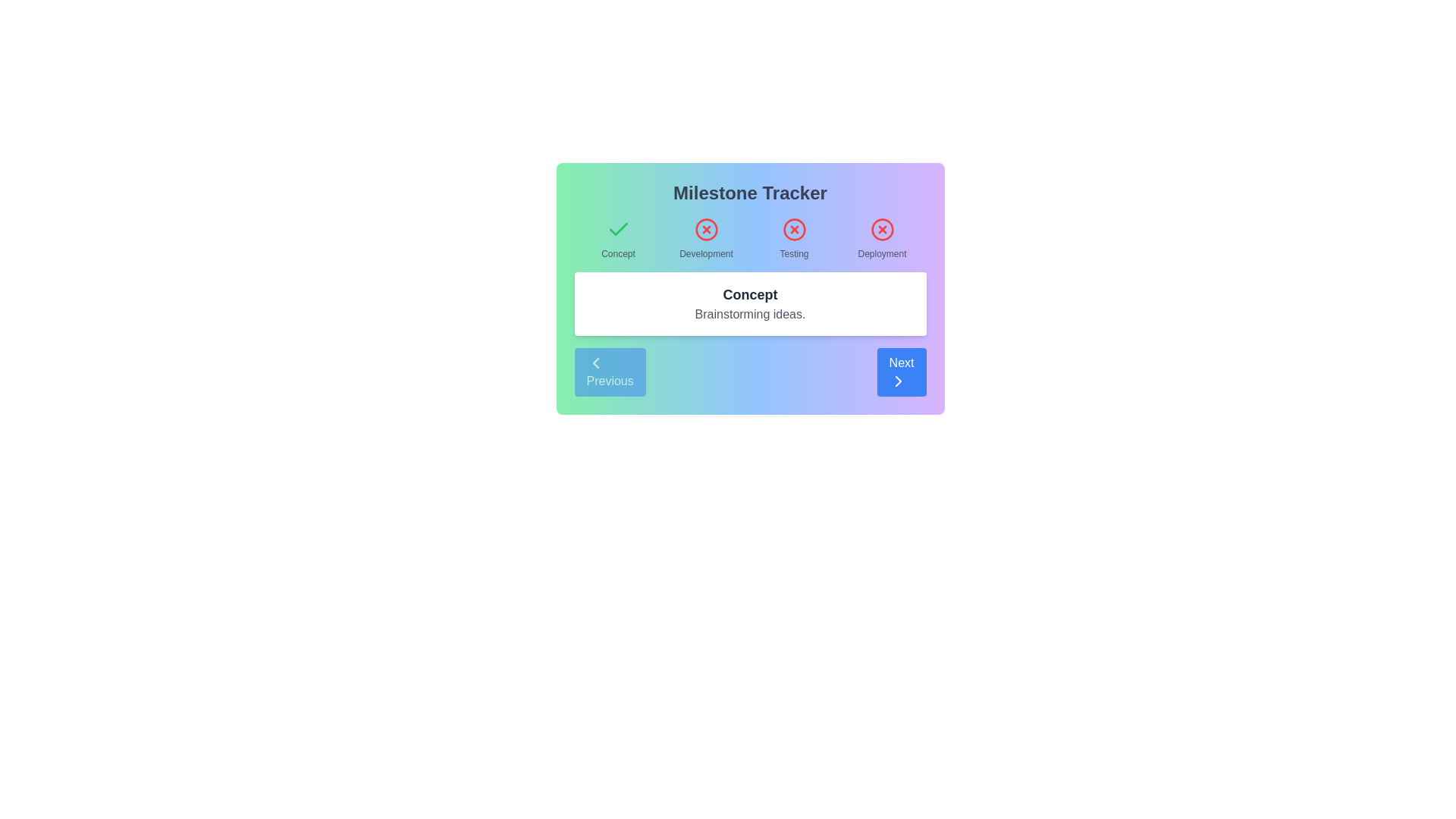  I want to click on the status of the Testing icon, which indicates incomplete or failed status in the progress tracker, located centrally in the upper section of the interface, so click(793, 230).